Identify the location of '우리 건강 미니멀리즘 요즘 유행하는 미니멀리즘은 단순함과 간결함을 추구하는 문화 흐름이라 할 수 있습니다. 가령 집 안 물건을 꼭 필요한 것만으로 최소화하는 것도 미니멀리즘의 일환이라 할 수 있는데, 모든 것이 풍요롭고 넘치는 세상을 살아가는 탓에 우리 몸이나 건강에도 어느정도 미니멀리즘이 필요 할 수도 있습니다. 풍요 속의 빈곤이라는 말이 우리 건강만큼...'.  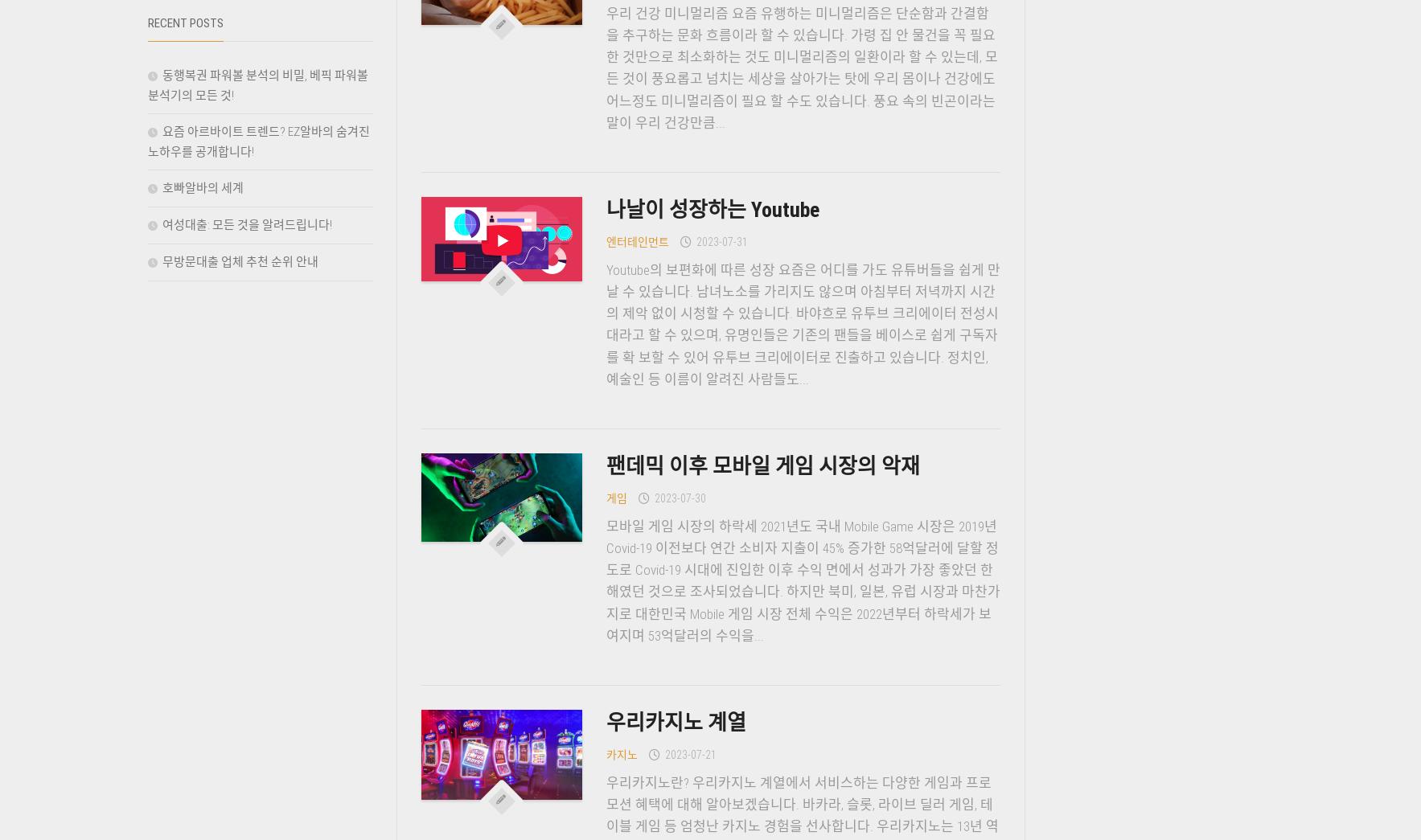
(801, 68).